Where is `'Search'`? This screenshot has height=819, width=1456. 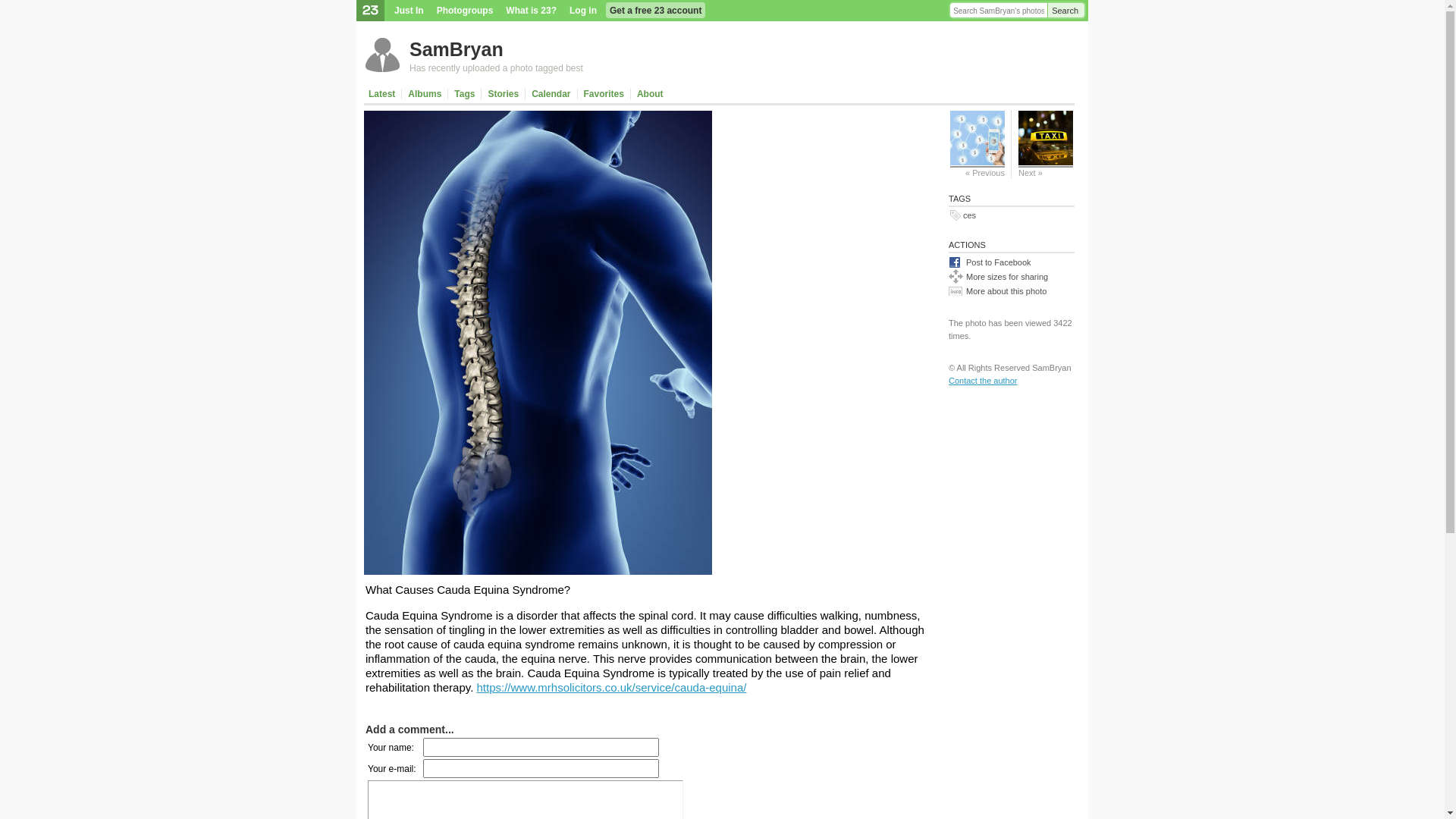 'Search' is located at coordinates (1065, 11).